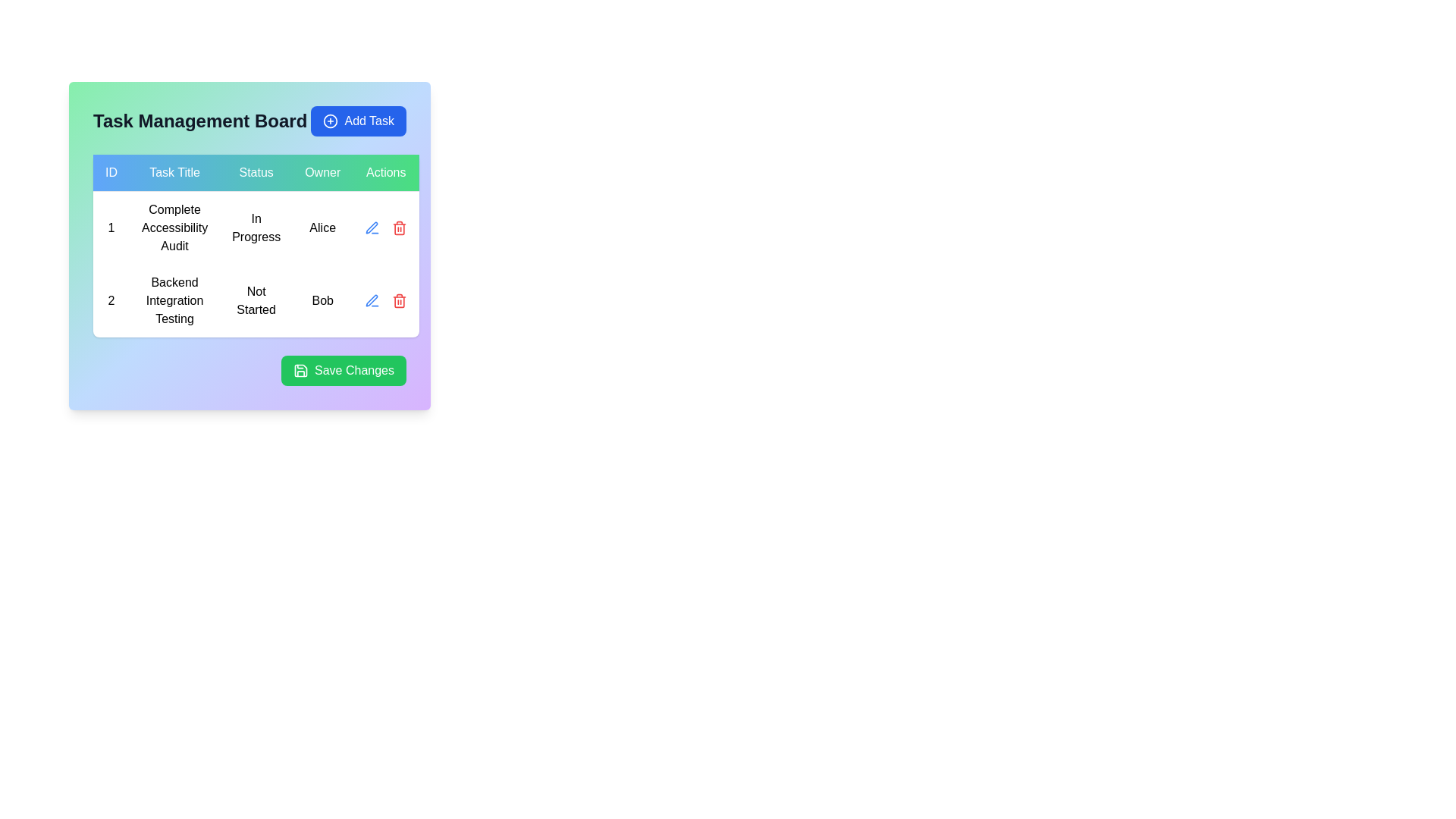  Describe the element at coordinates (174, 227) in the screenshot. I see `the text label representing the task name in the 'Task Title' column of the first row in the 'Task Management Board' table` at that location.